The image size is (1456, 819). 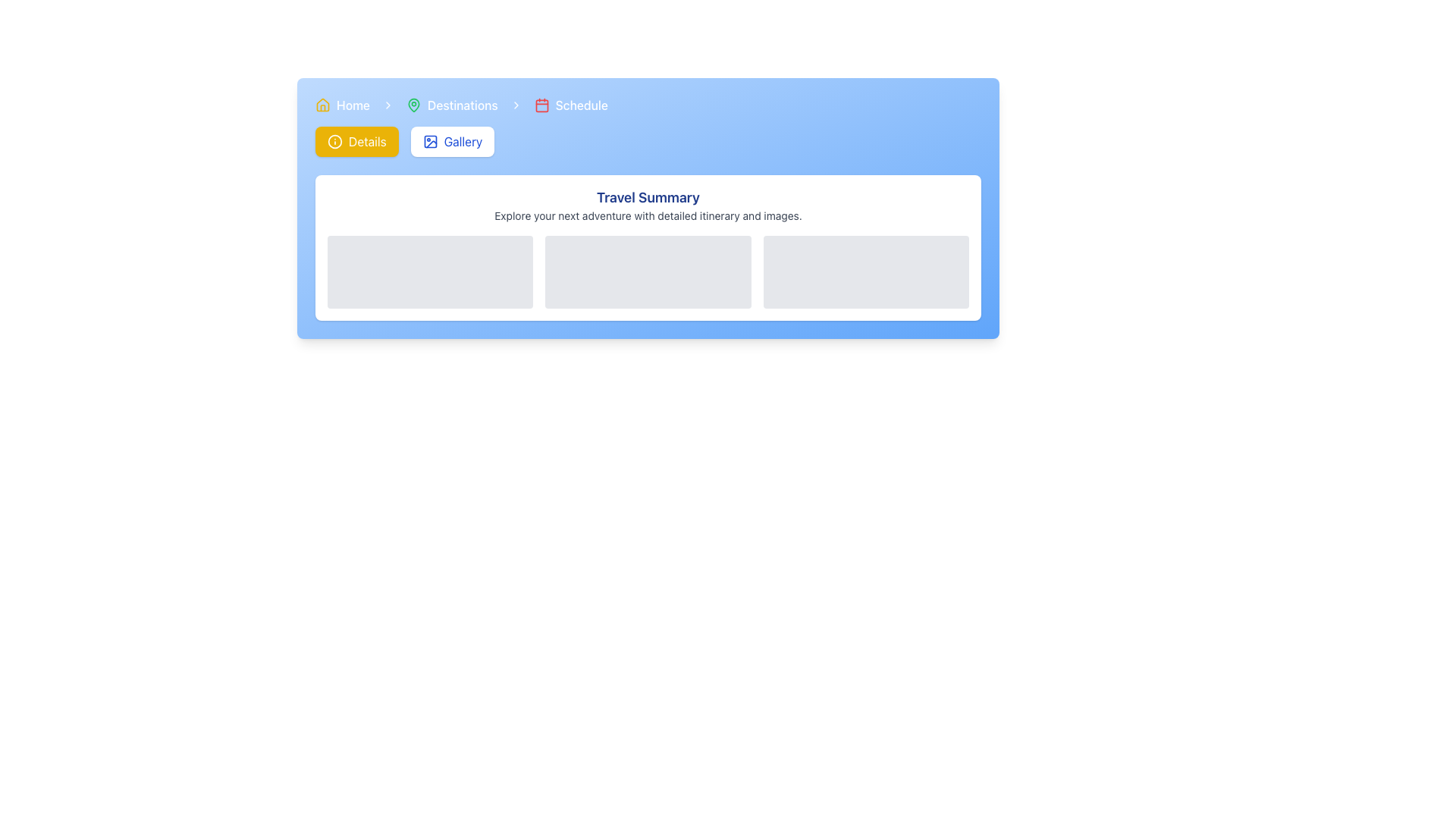 I want to click on the gallery icon located inside the blue 'Gallery' button, so click(x=429, y=141).